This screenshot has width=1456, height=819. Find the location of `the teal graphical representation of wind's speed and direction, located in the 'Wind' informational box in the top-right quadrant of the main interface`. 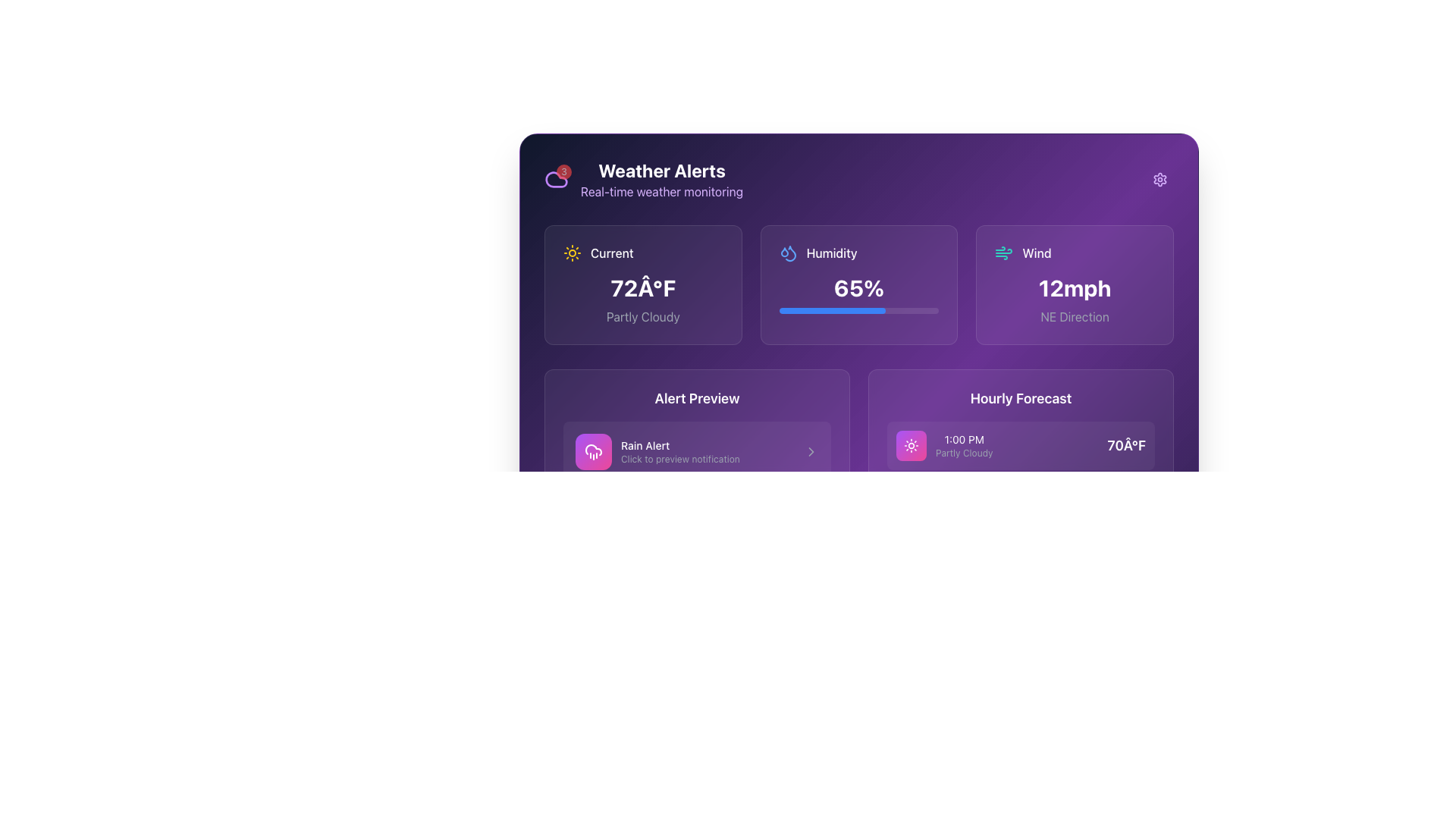

the teal graphical representation of wind's speed and direction, located in the 'Wind' informational box in the top-right quadrant of the main interface is located at coordinates (1004, 250).